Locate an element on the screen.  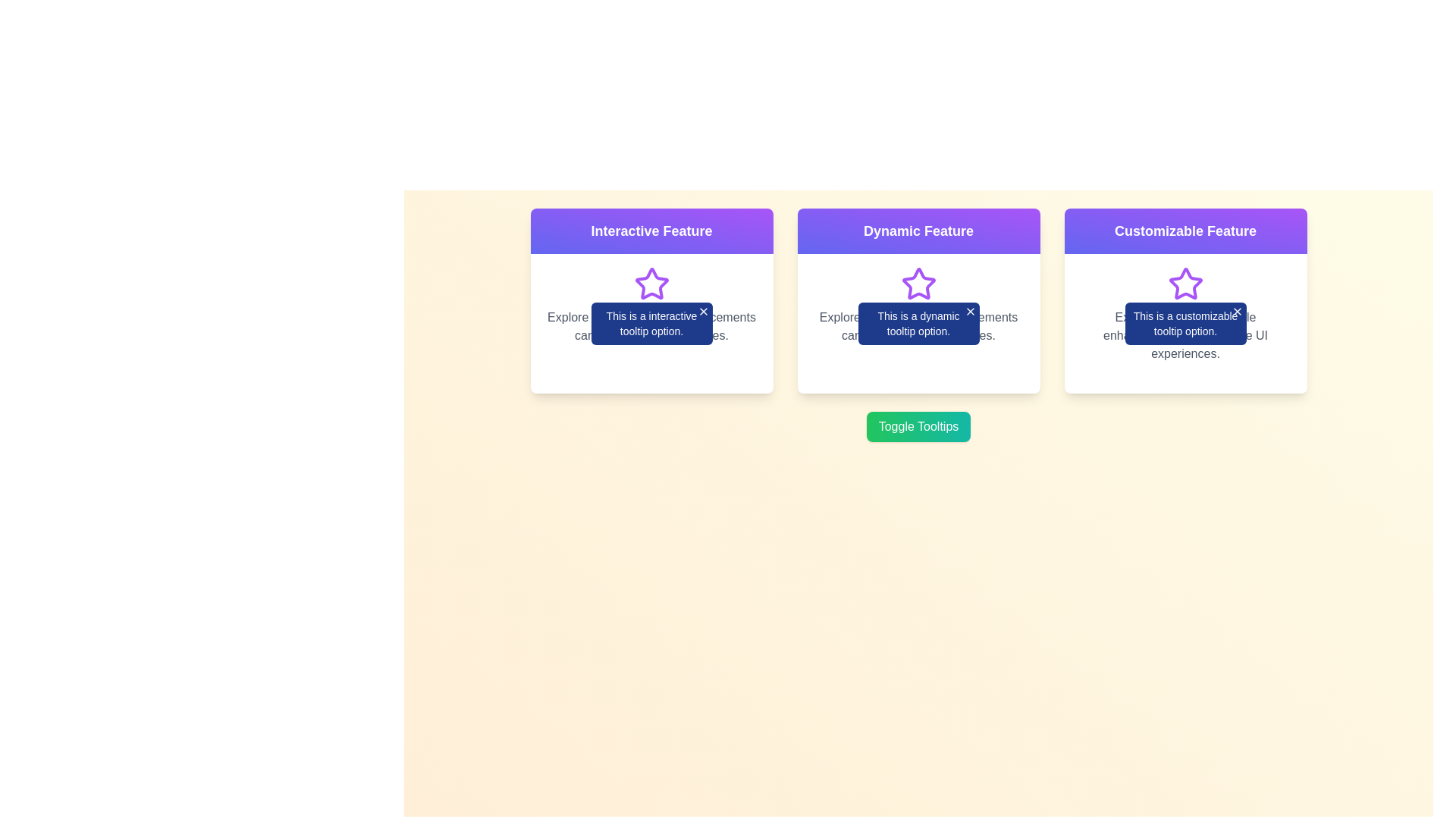
the close button located in the top-right corner of the tooltip labeled 'This is a interactive tooltip option' by is located at coordinates (702, 311).